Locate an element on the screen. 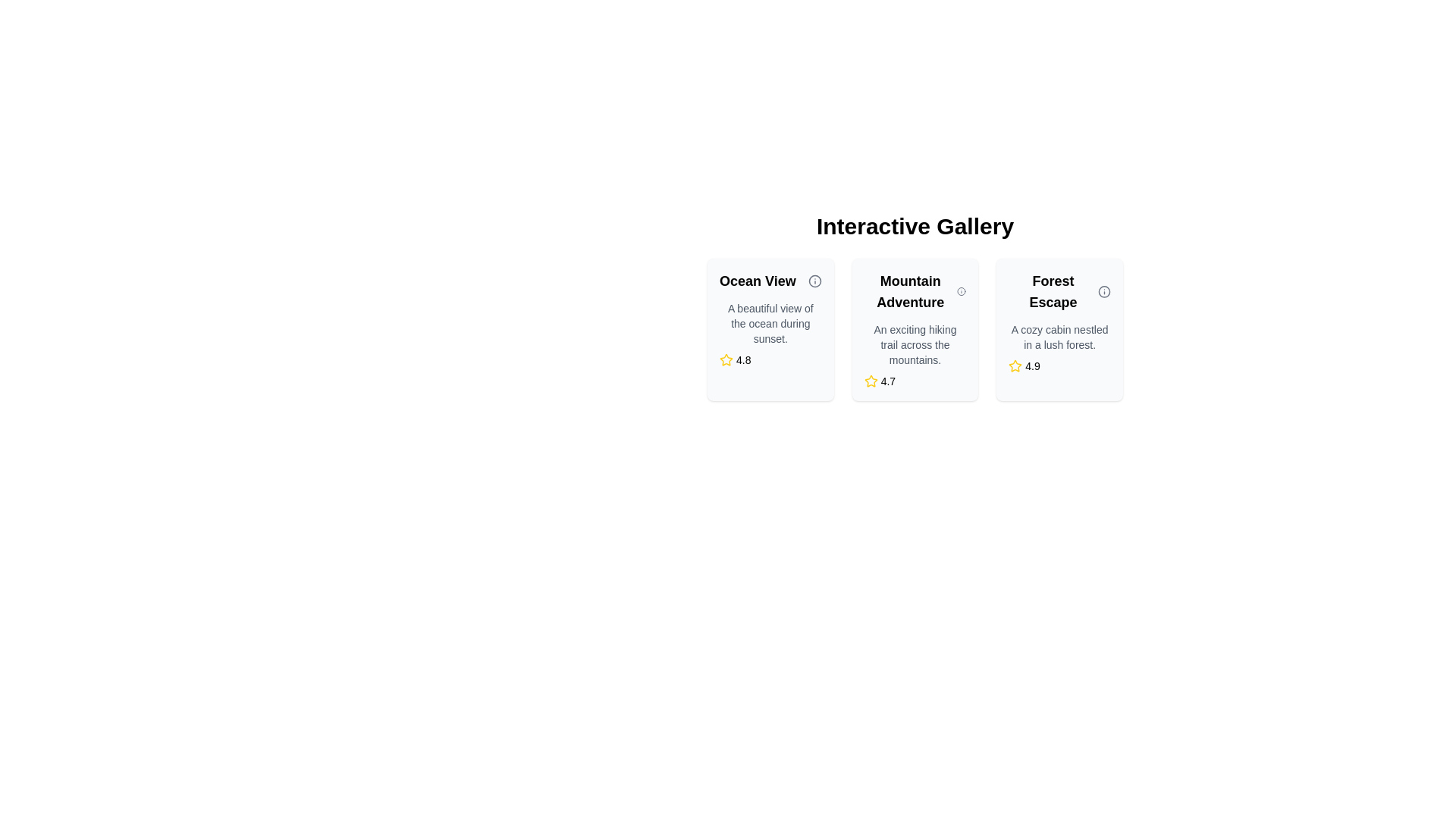 The height and width of the screenshot is (819, 1456). the SVG Circle element that serves as the background for the information icon in the third card of the gallery under the 'Forest Escape' heading is located at coordinates (1104, 292).